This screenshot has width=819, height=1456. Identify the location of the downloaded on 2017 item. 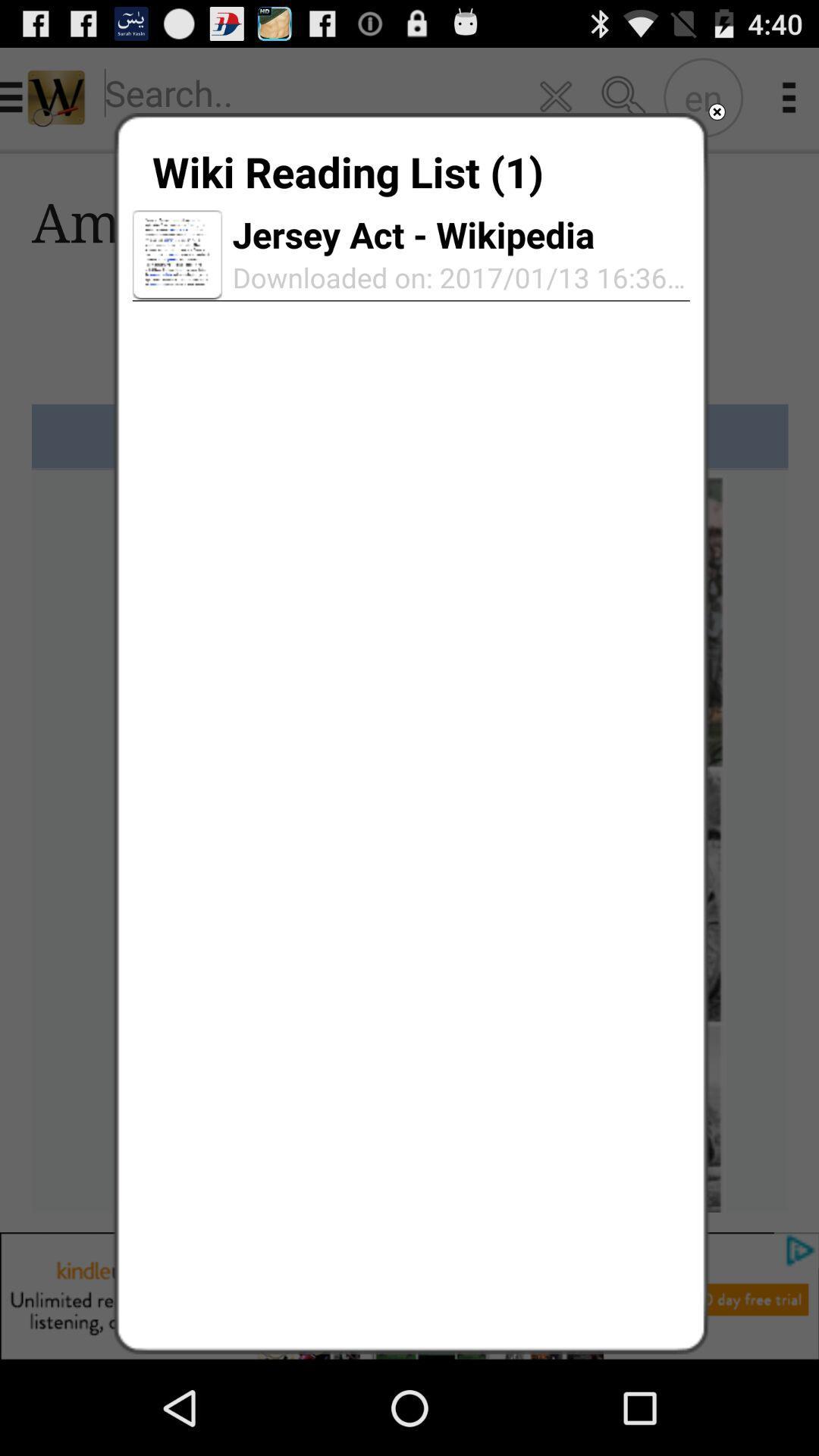
(455, 277).